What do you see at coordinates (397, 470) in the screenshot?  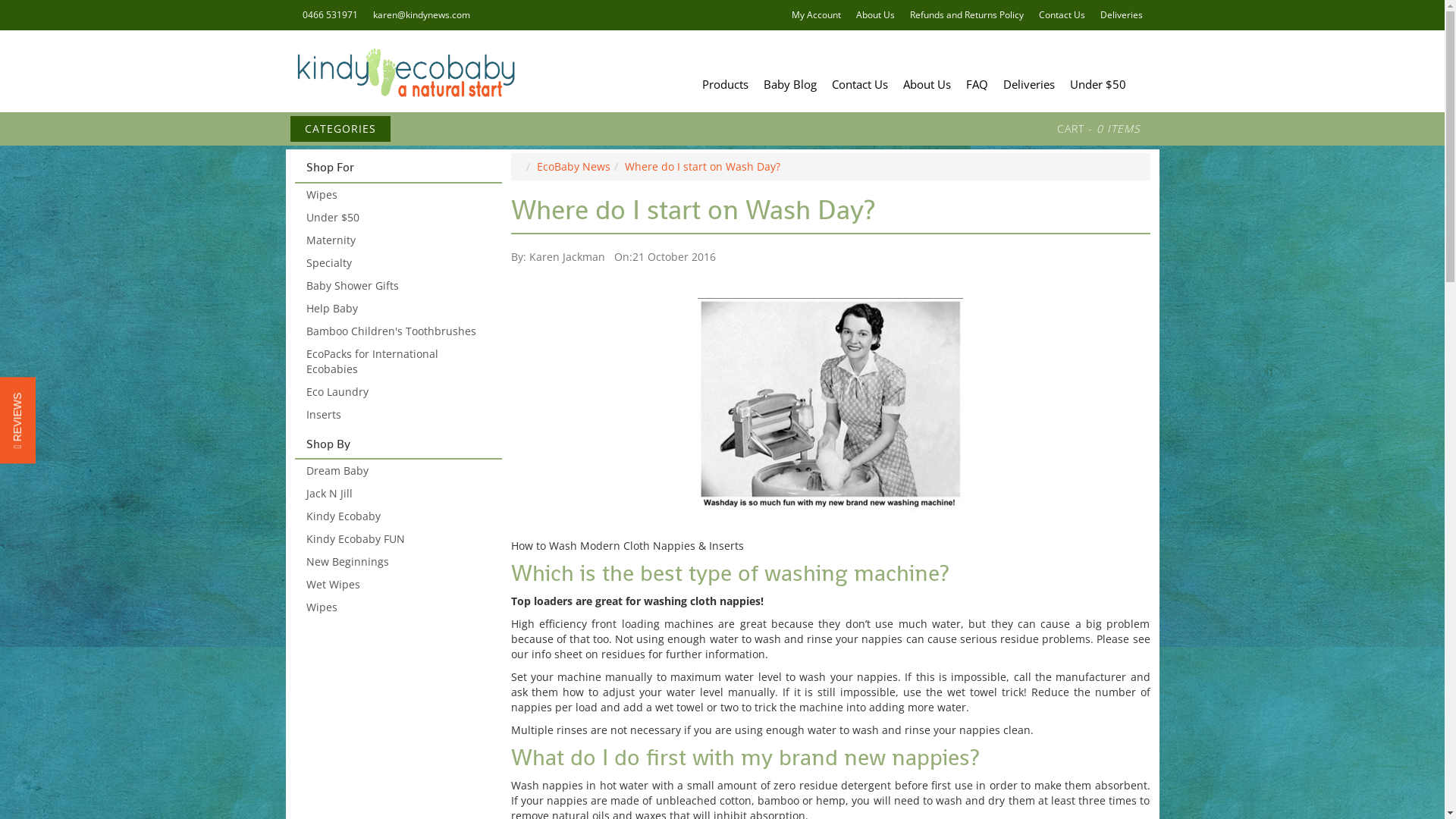 I see `'Dream Baby'` at bounding box center [397, 470].